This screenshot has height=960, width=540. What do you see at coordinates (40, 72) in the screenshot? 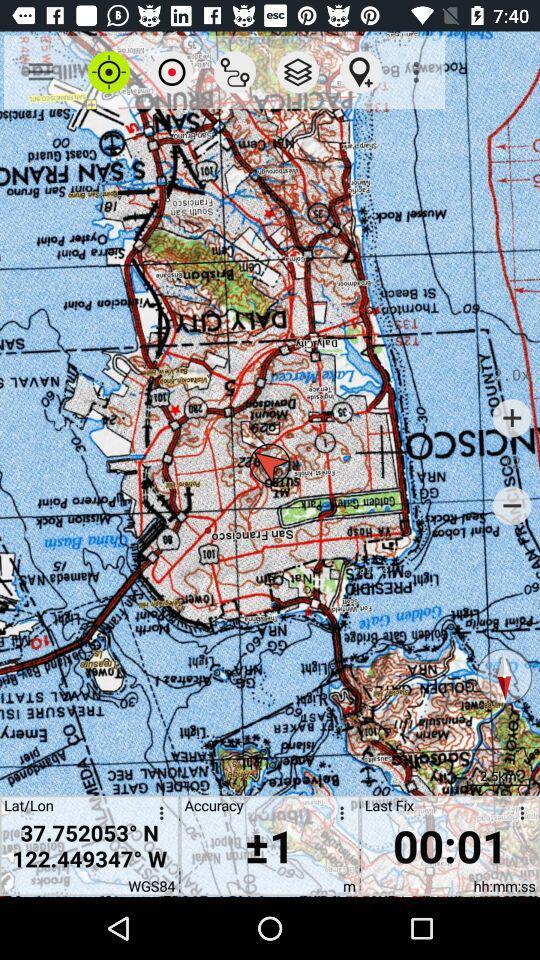
I see `the item above the lat/lon app` at bounding box center [40, 72].